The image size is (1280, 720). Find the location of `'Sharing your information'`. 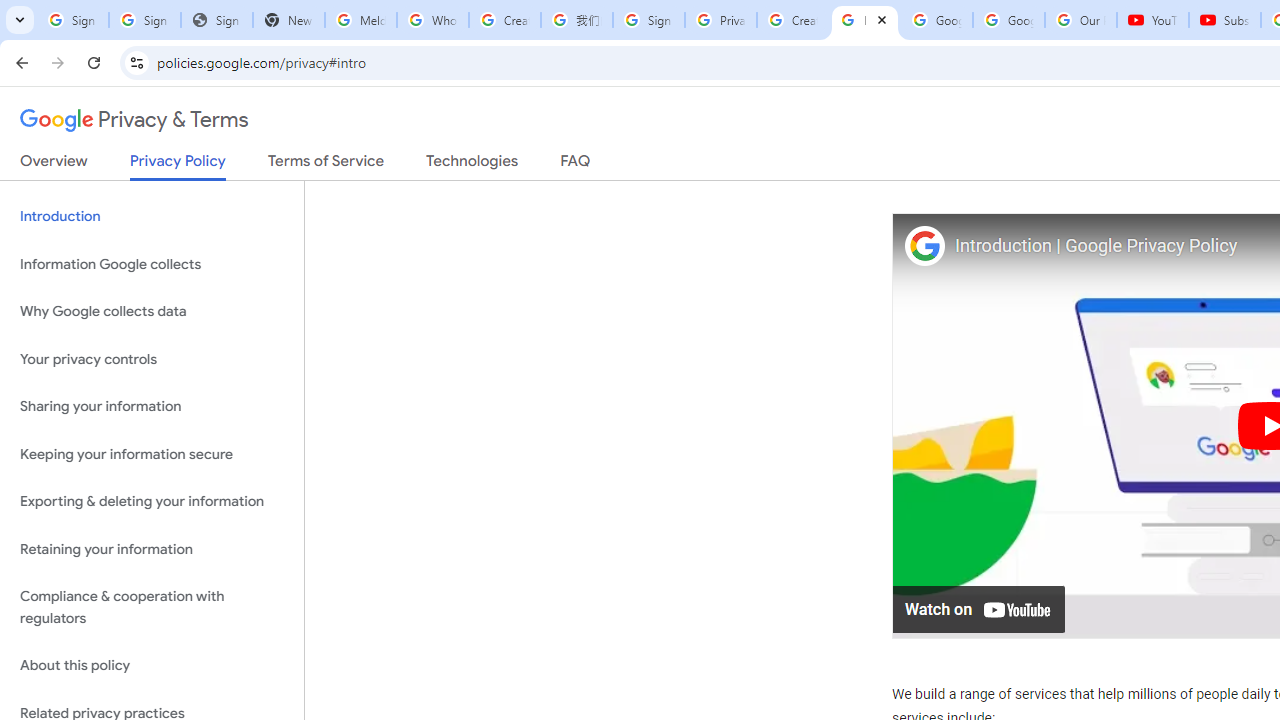

'Sharing your information' is located at coordinates (151, 406).